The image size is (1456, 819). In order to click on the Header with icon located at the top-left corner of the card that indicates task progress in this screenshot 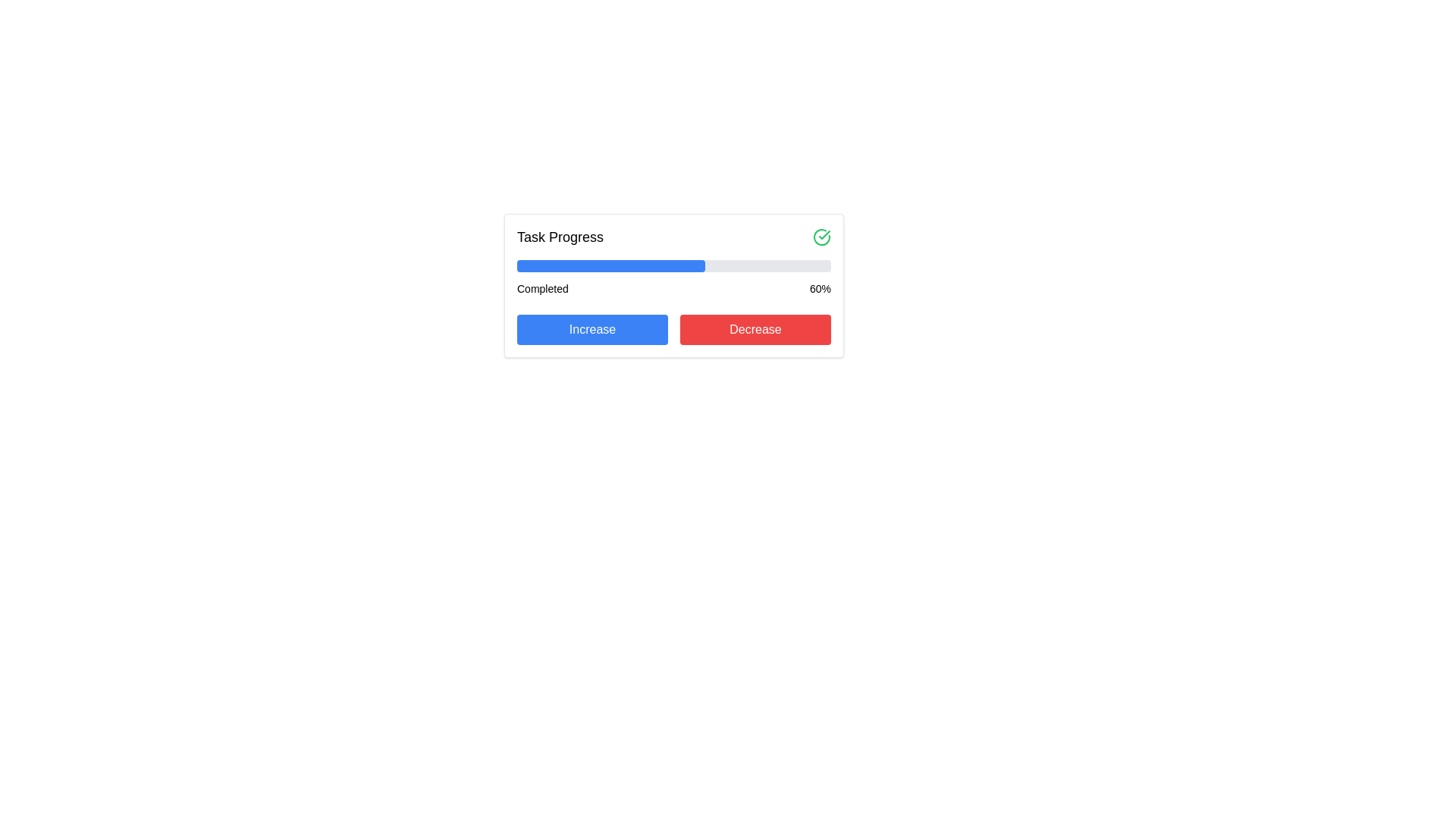, I will do `click(673, 237)`.